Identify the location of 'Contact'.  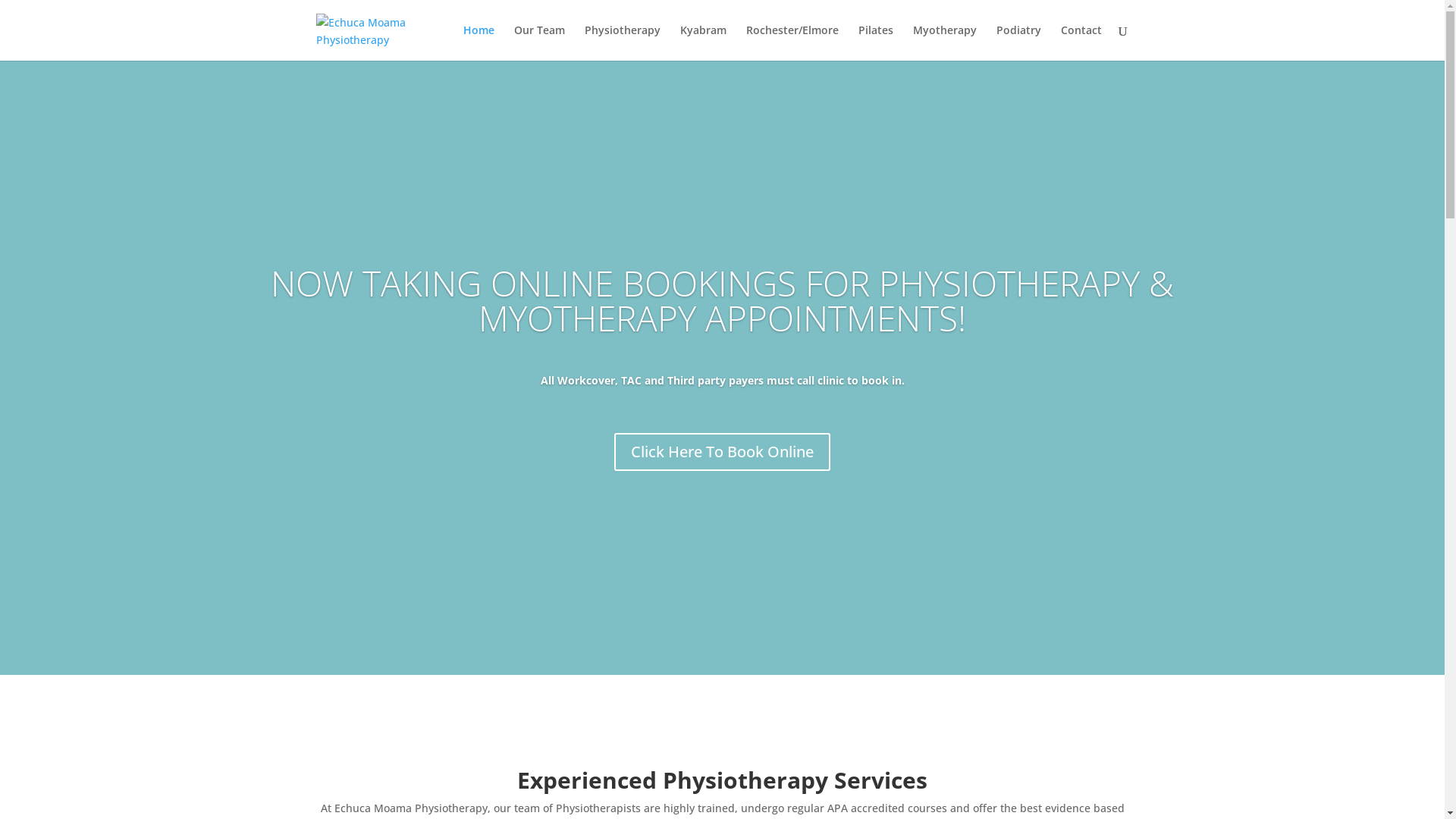
(1080, 42).